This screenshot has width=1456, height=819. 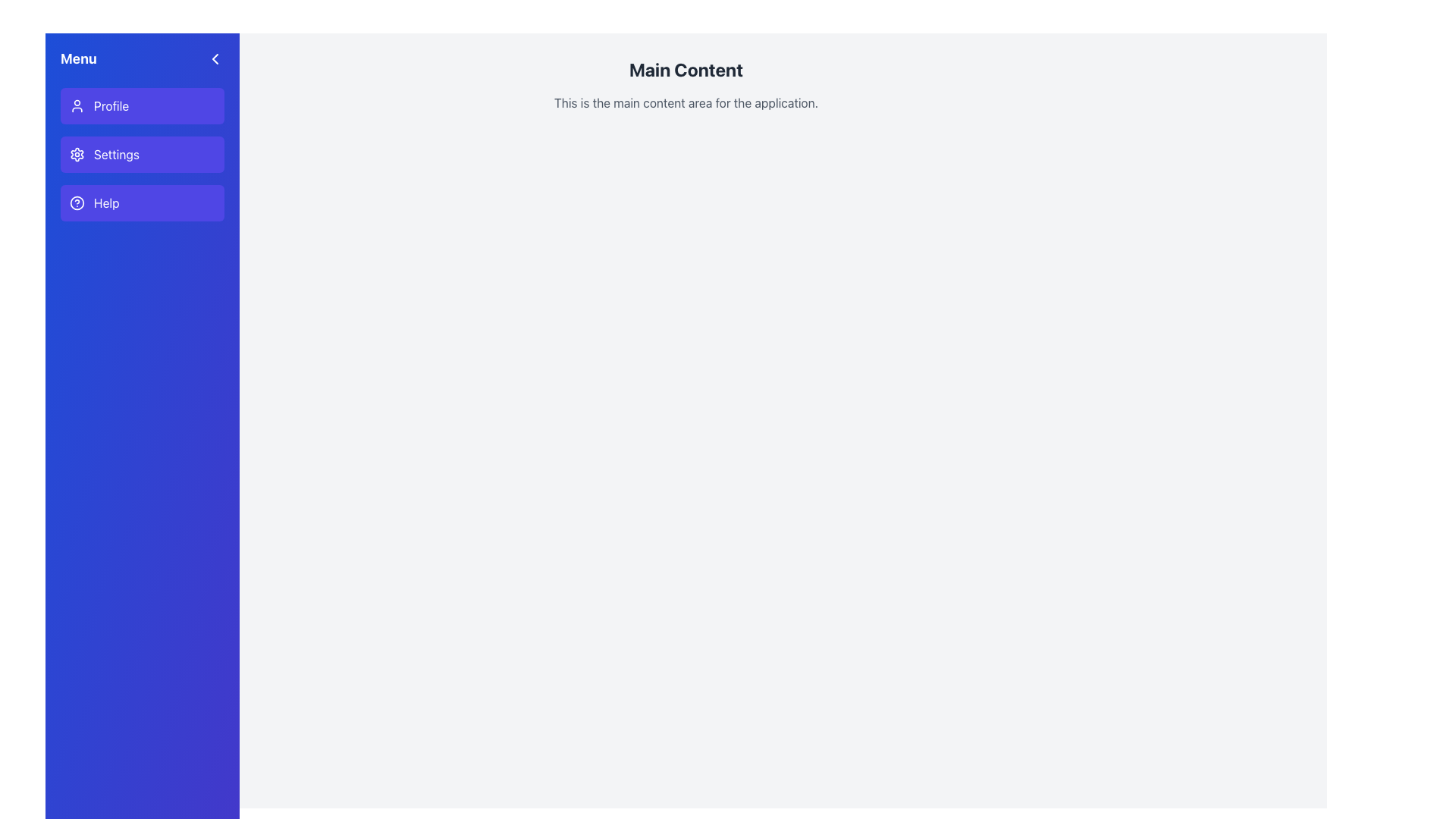 What do you see at coordinates (76, 105) in the screenshot?
I see `user profile icon located at the top left of the 'Profile' menu item in the sidebar` at bounding box center [76, 105].